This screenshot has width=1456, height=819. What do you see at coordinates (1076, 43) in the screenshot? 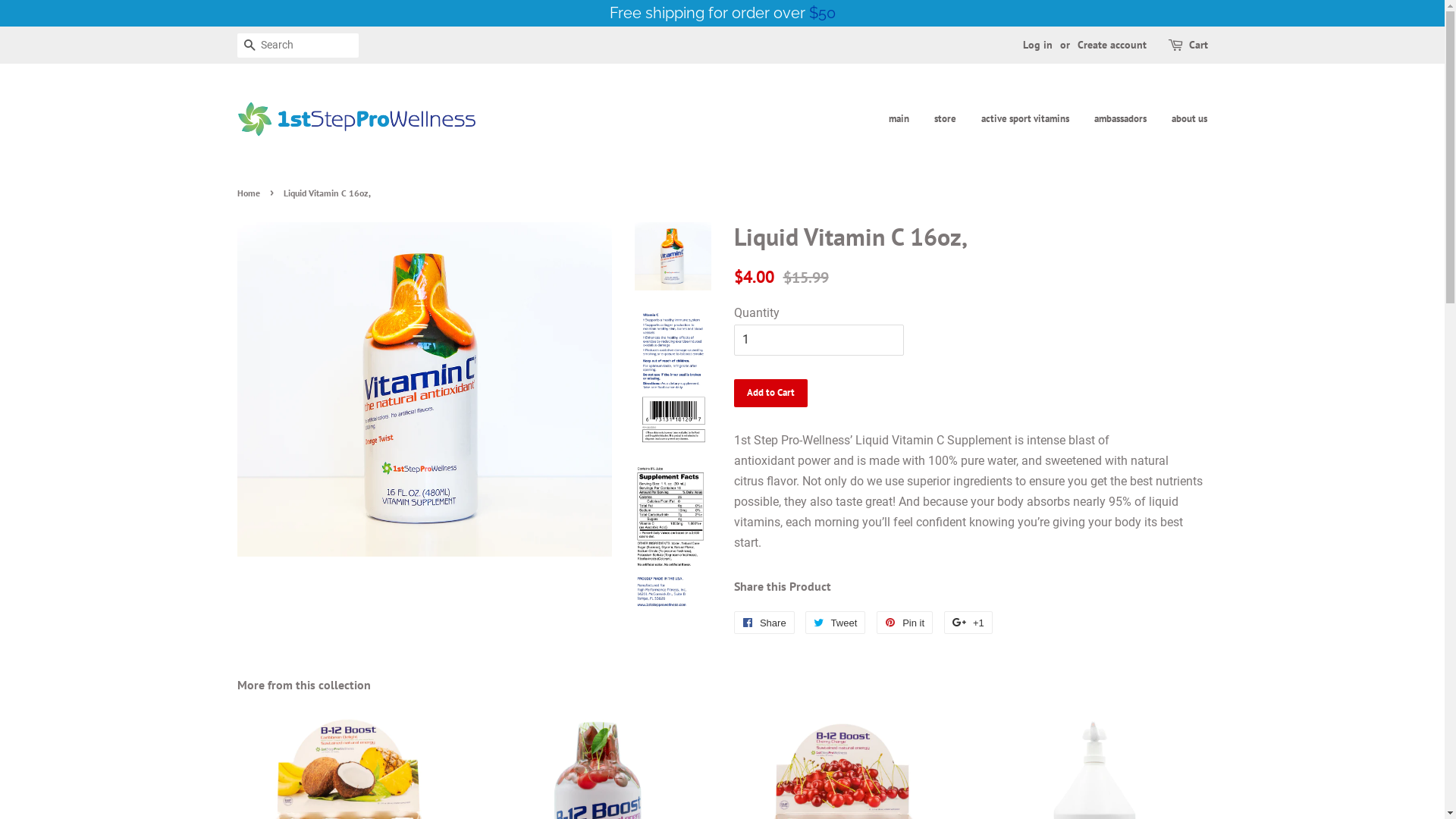
I see `'Create account'` at bounding box center [1076, 43].